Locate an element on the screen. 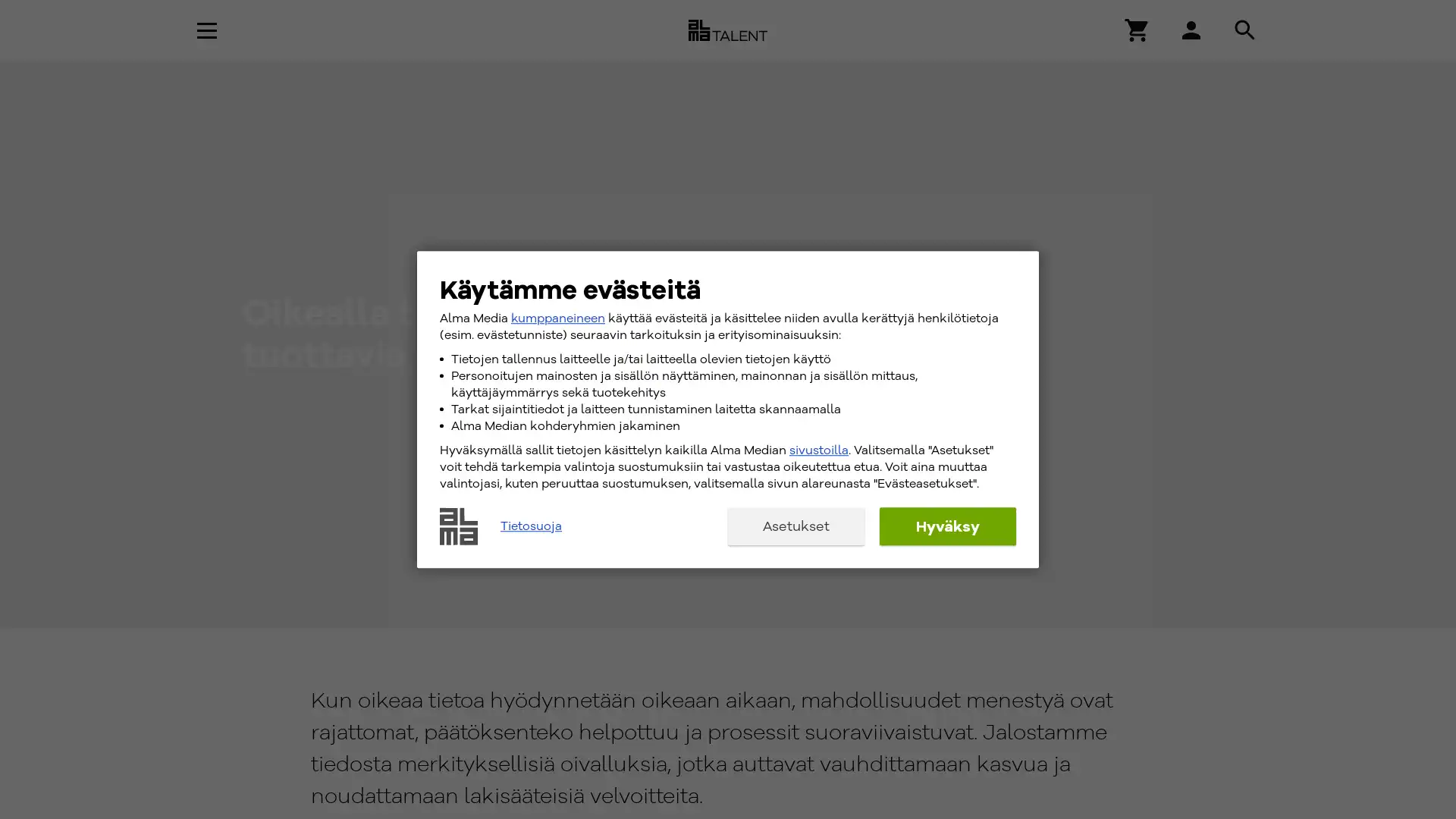  Hae is located at coordinates (1244, 30).